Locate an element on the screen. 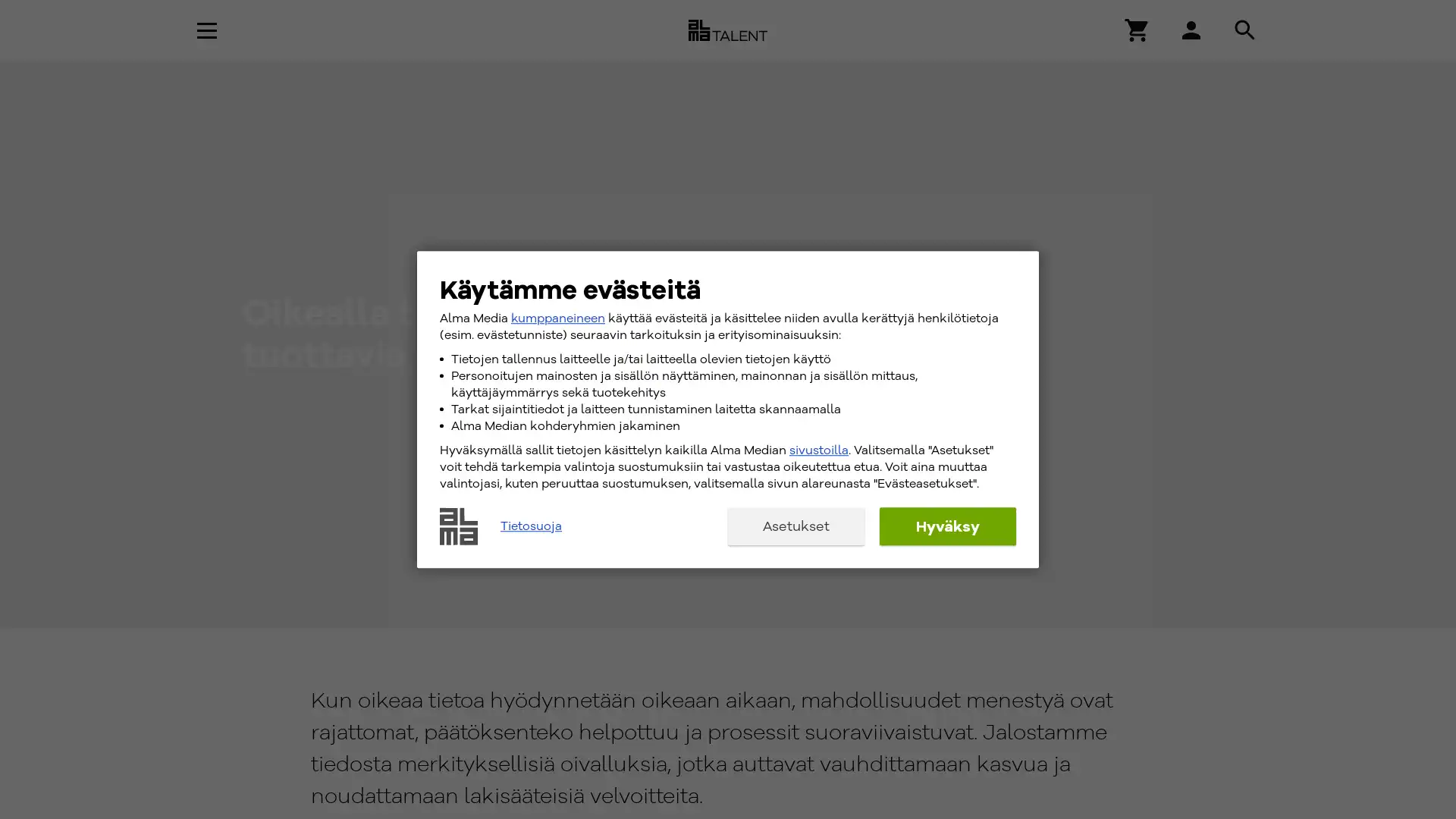  Hae is located at coordinates (1244, 30).